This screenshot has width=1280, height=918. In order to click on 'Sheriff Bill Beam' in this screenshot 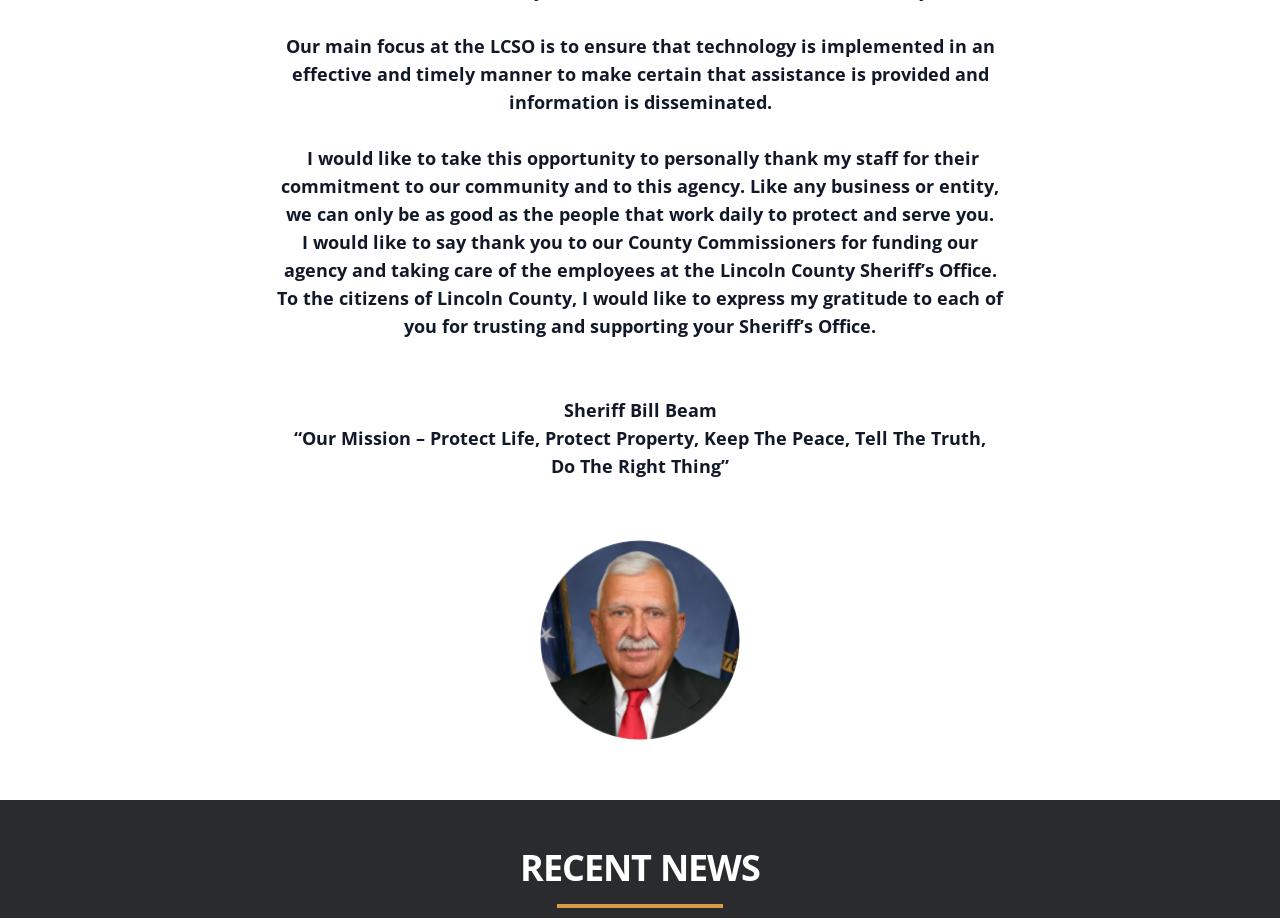, I will do `click(638, 407)`.